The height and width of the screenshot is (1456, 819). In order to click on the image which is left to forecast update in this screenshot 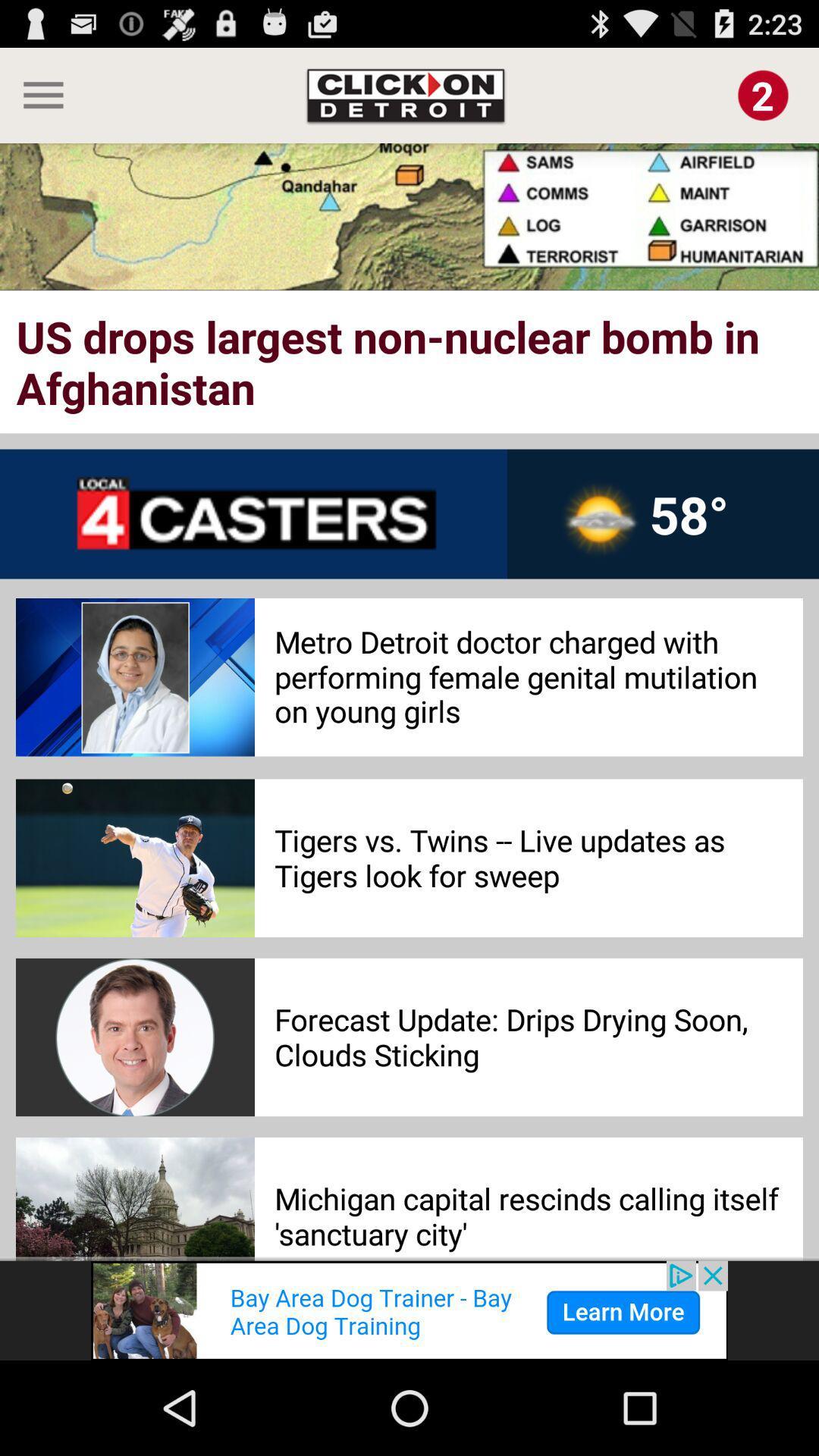, I will do `click(134, 1037)`.